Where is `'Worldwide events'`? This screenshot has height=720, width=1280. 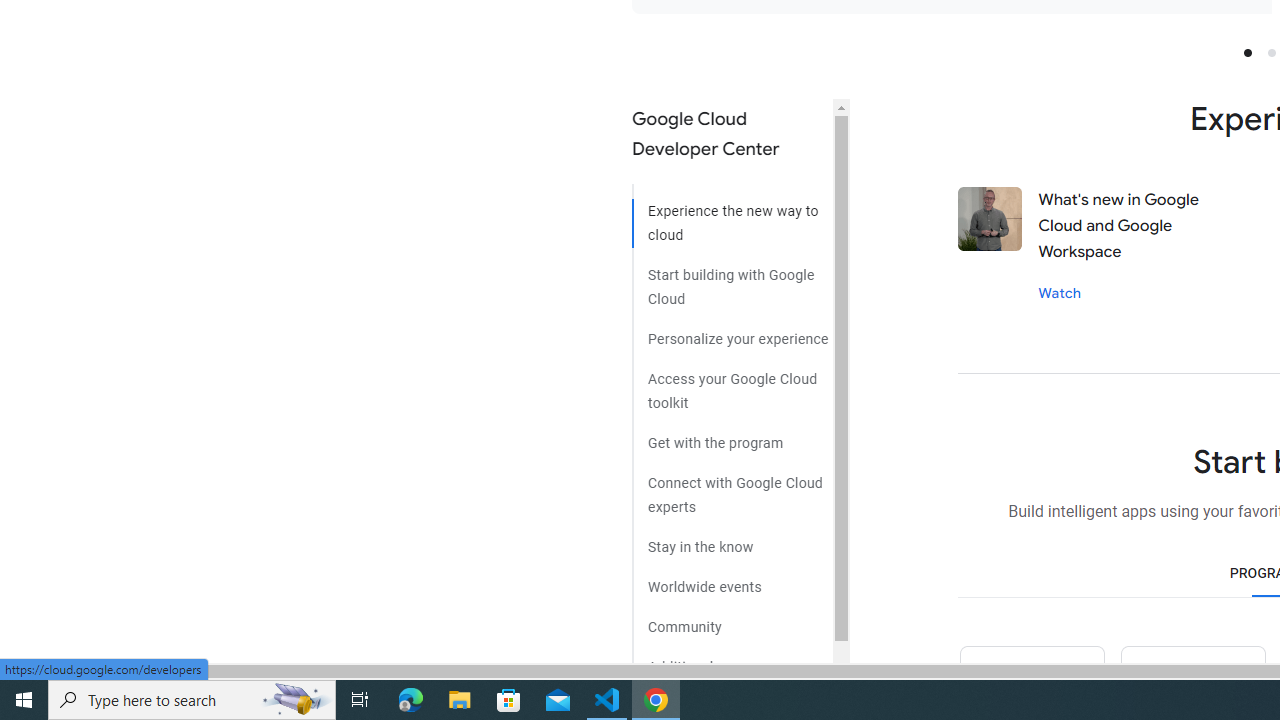 'Worldwide events' is located at coordinates (731, 579).